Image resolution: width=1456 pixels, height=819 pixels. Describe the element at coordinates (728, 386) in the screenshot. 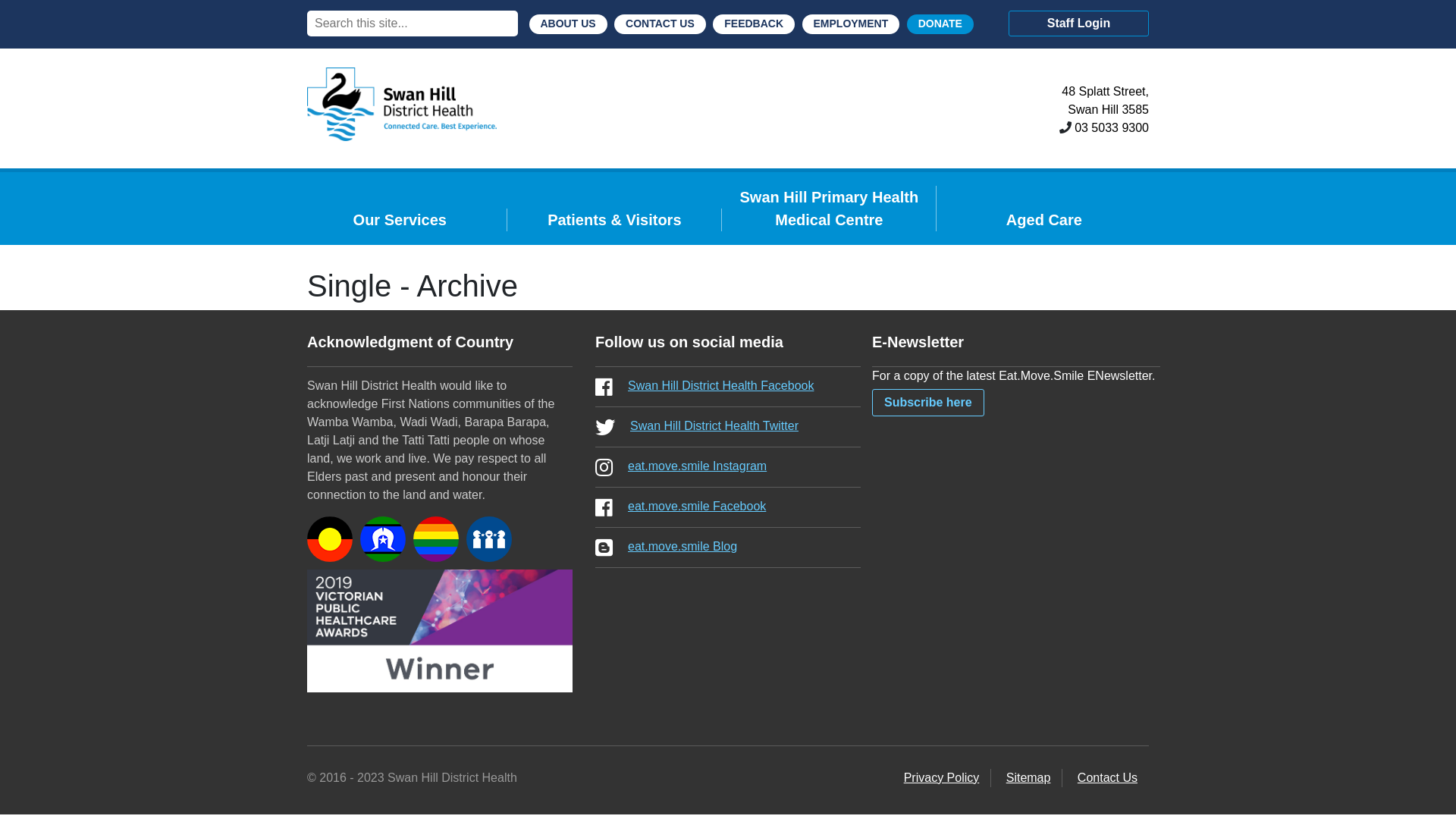

I see `'Swan Hill District Health Facebook'` at that location.